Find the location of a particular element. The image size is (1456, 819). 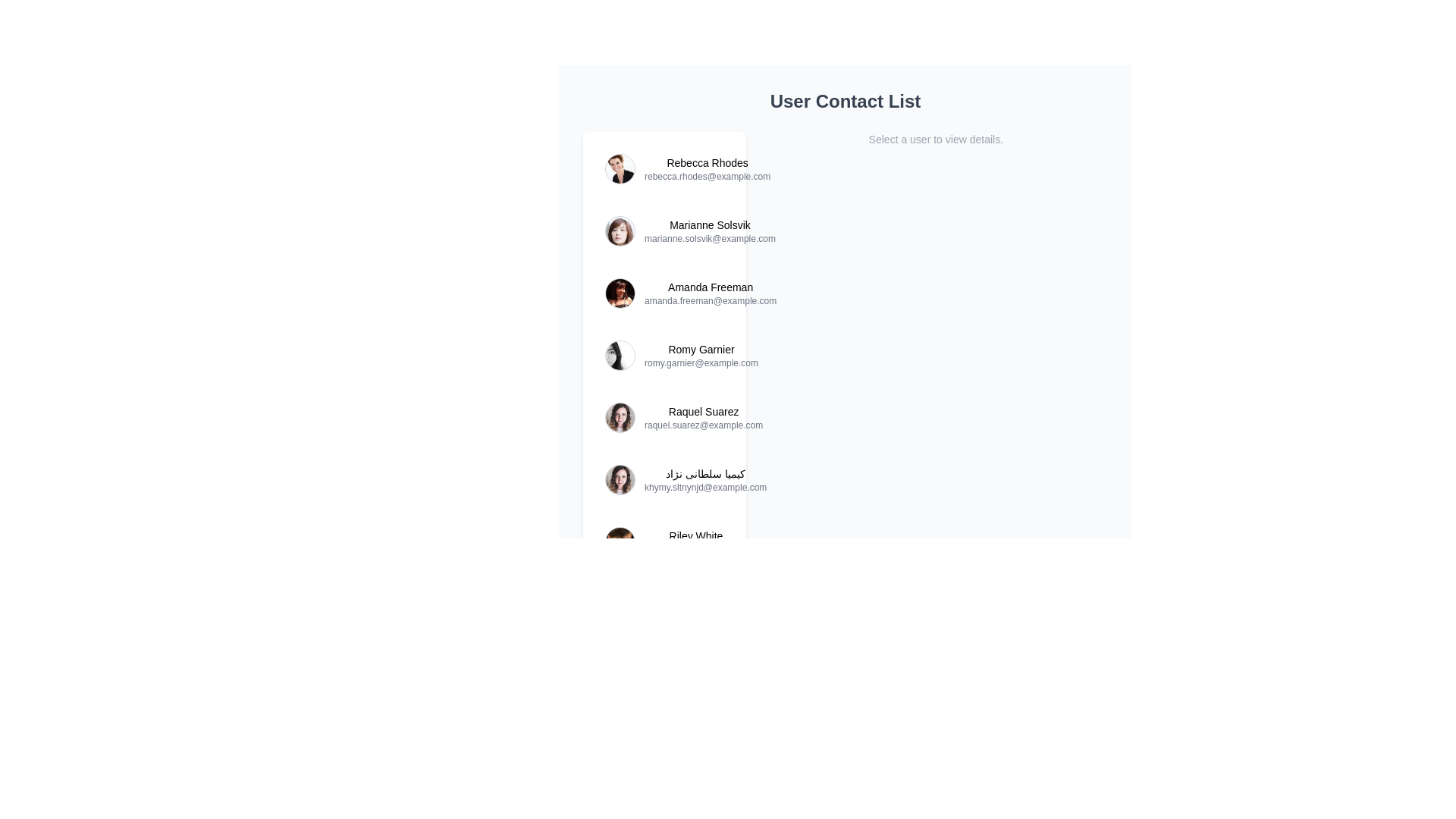

the text display element showing the user's name and email in the user contact list, located to the right of the profile picture is located at coordinates (704, 479).